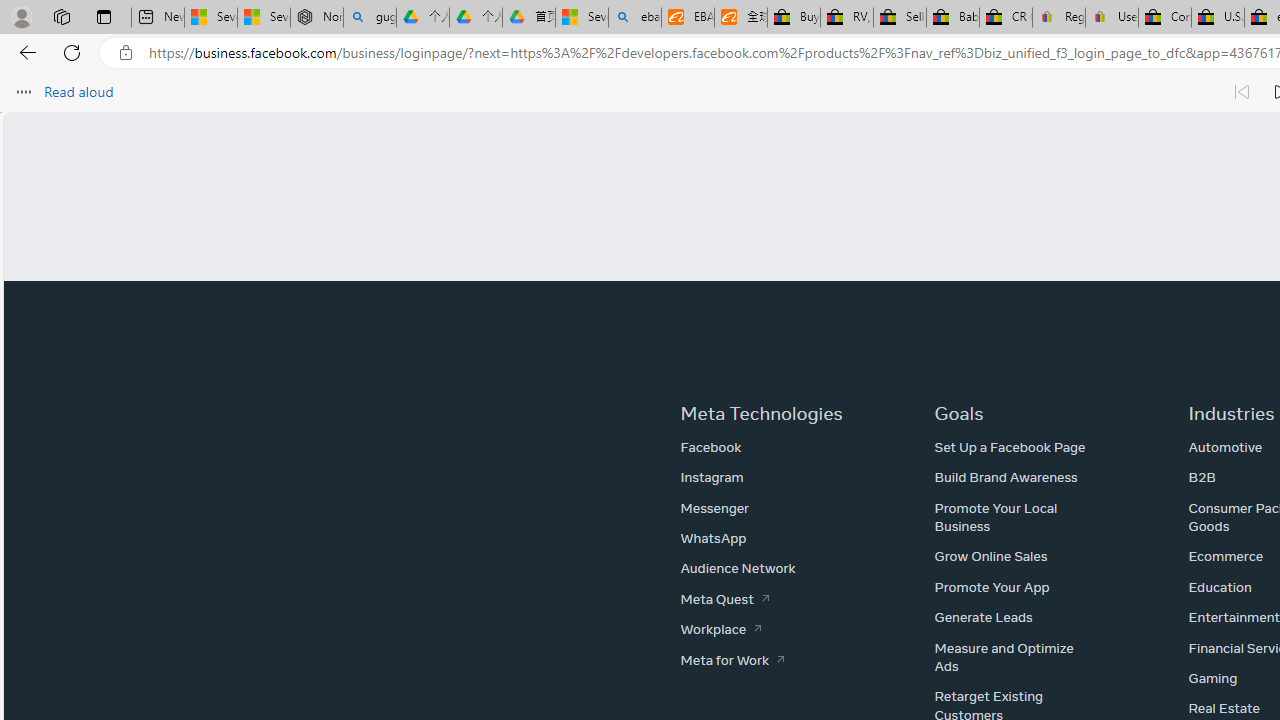  What do you see at coordinates (711, 446) in the screenshot?
I see `'Facebook'` at bounding box center [711, 446].